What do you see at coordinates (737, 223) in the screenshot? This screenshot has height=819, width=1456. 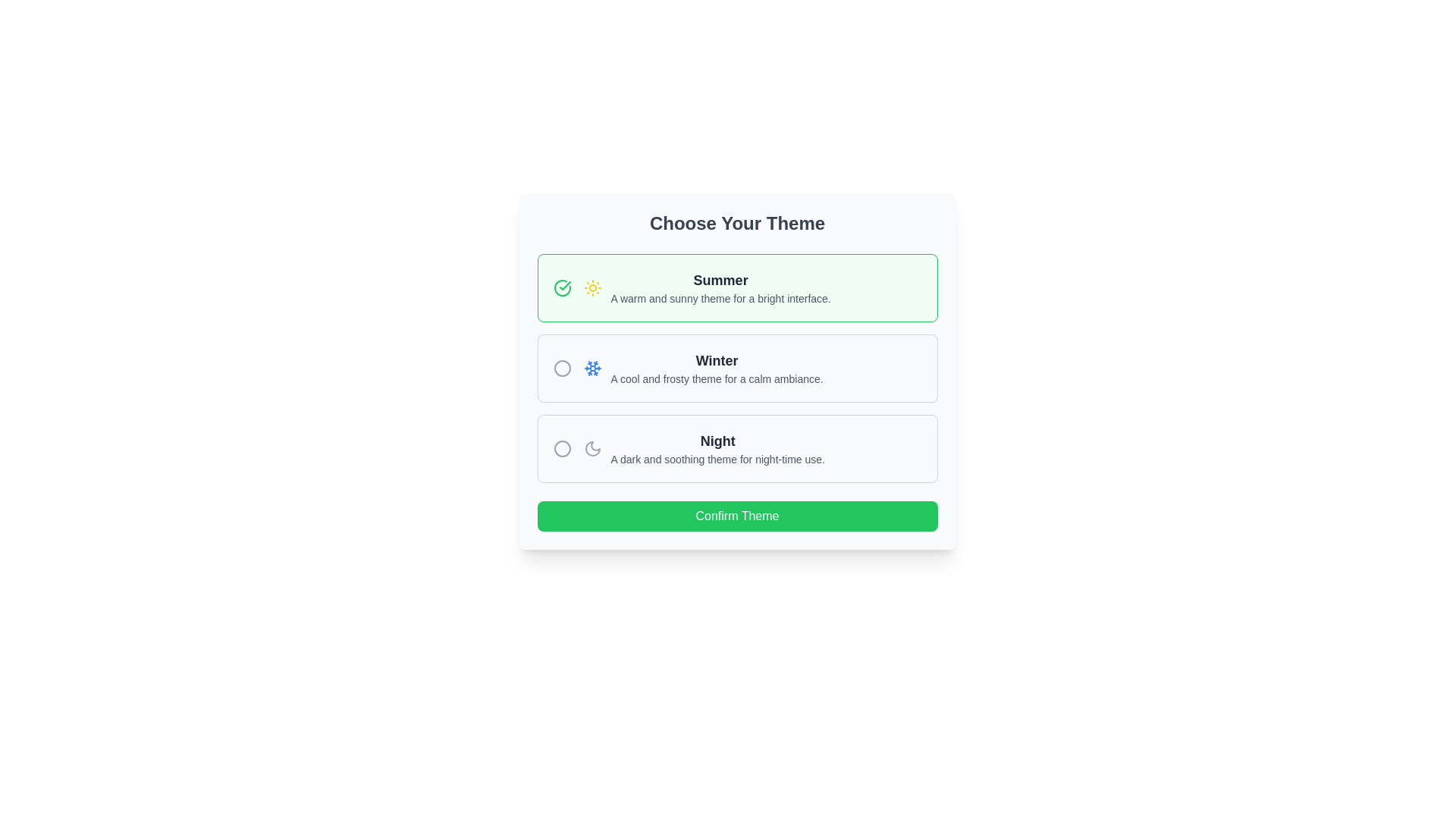 I see `text label stating 'Choose Your Theme', which is styled in large, bold, uppercase lettering located in the top section of the interface, above theme selection items and a confirmation button` at bounding box center [737, 223].